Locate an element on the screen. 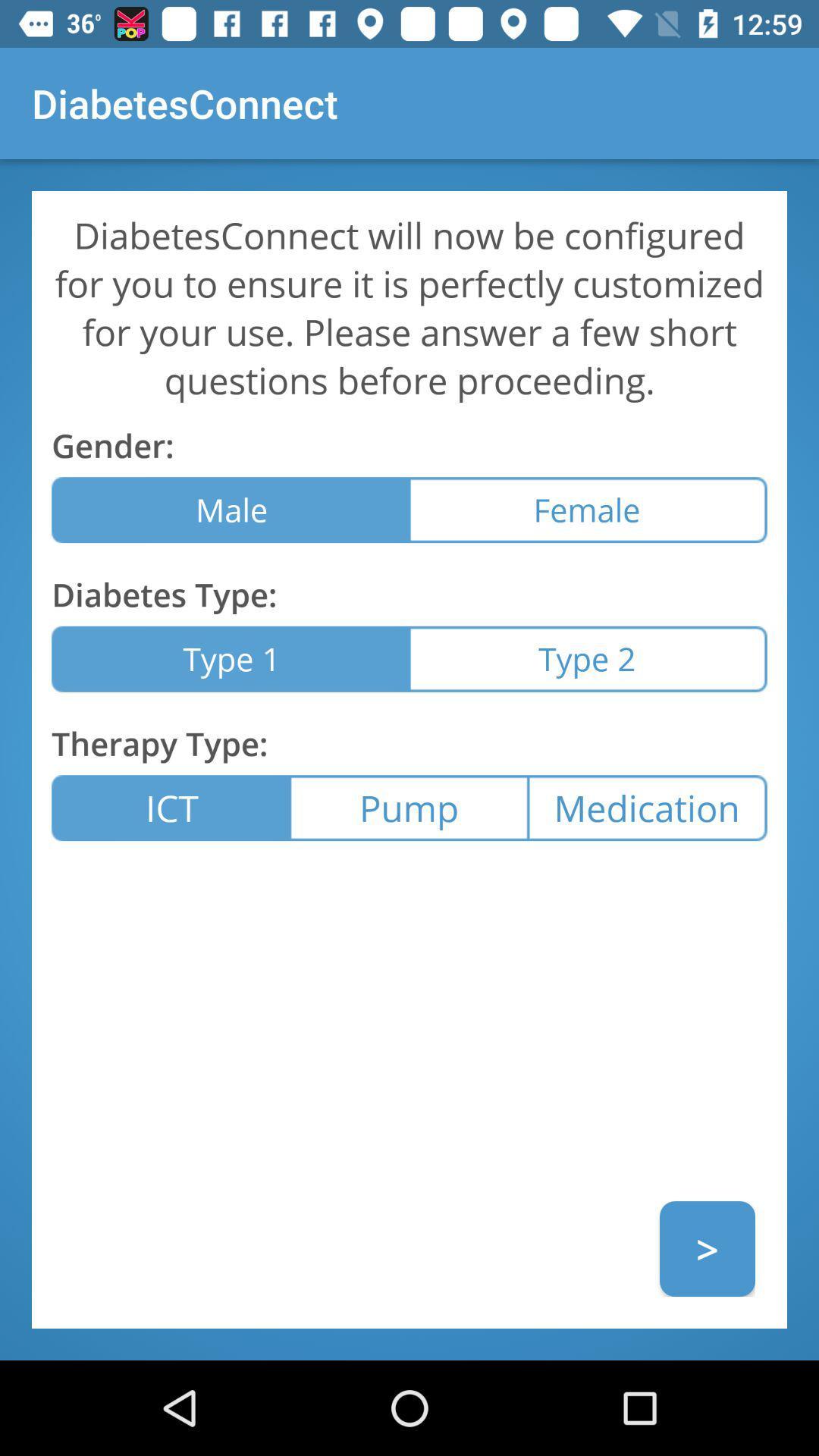  the item to the right of pump icon is located at coordinates (648, 807).